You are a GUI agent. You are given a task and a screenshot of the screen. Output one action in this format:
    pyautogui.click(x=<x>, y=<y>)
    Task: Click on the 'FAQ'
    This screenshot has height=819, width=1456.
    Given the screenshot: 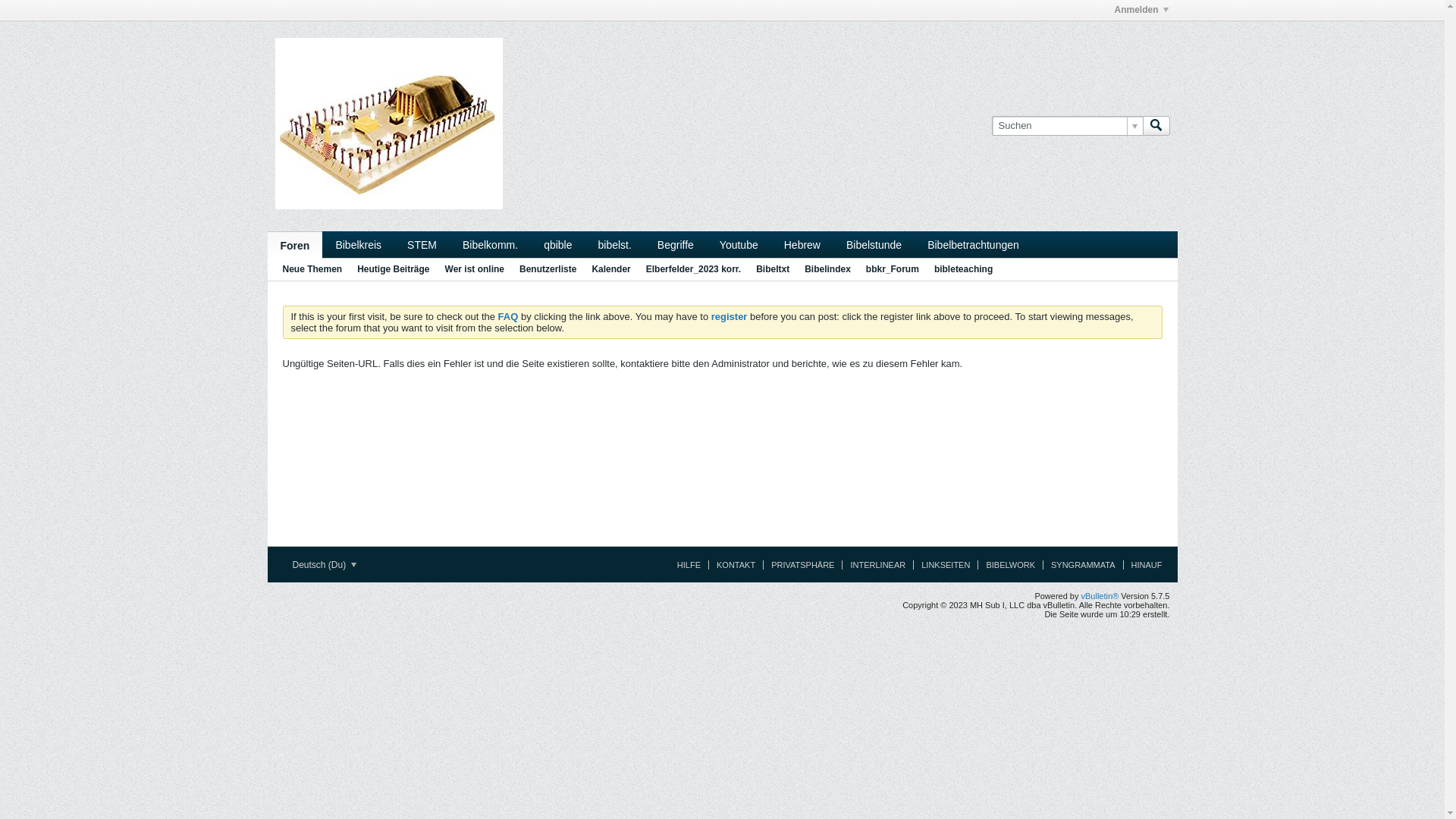 What is the action you would take?
    pyautogui.click(x=508, y=315)
    